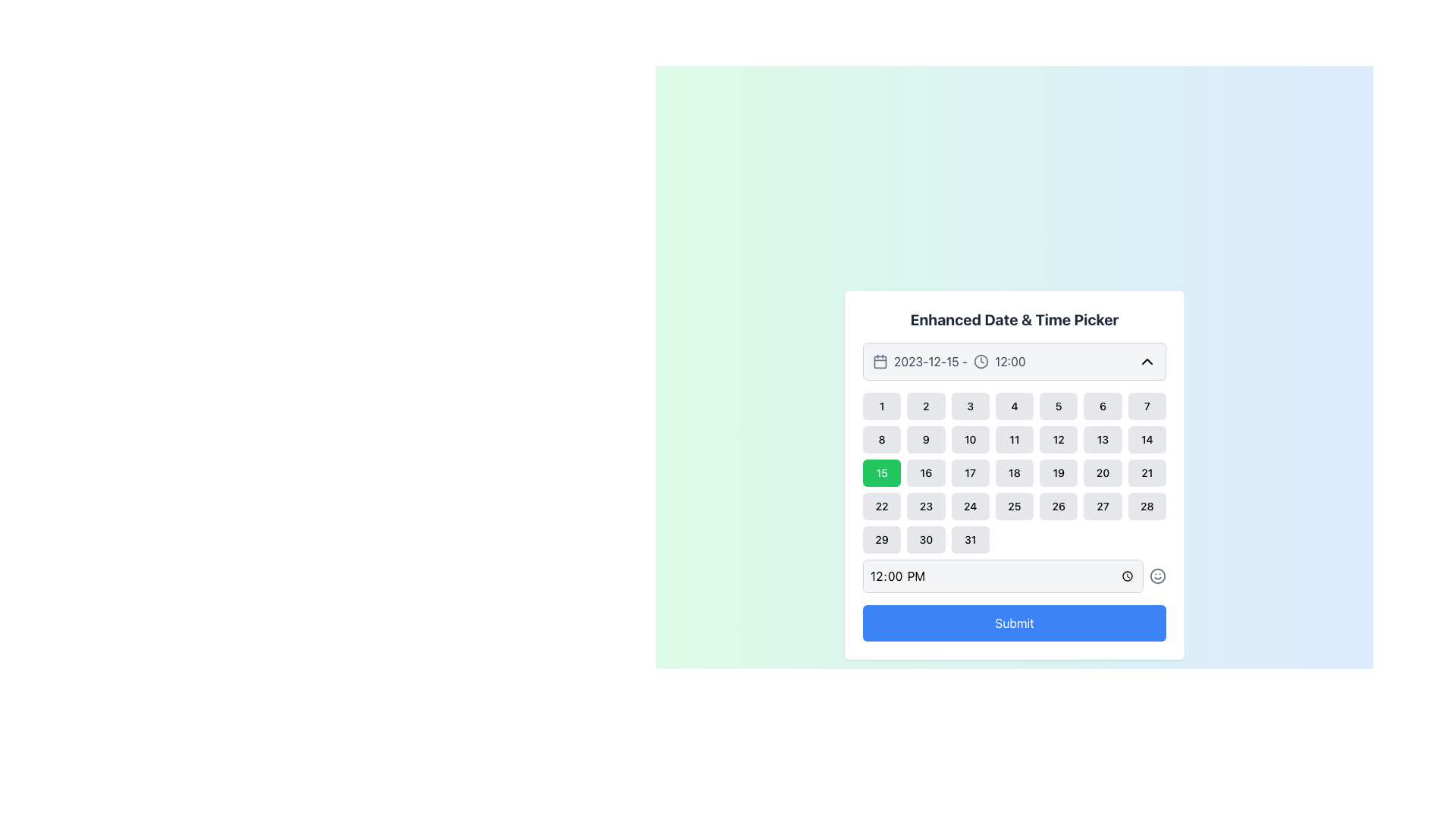 This screenshot has width=1456, height=819. What do you see at coordinates (925, 472) in the screenshot?
I see `the square button labeled '16' with a light gray background and rounded borders to highlight it` at bounding box center [925, 472].